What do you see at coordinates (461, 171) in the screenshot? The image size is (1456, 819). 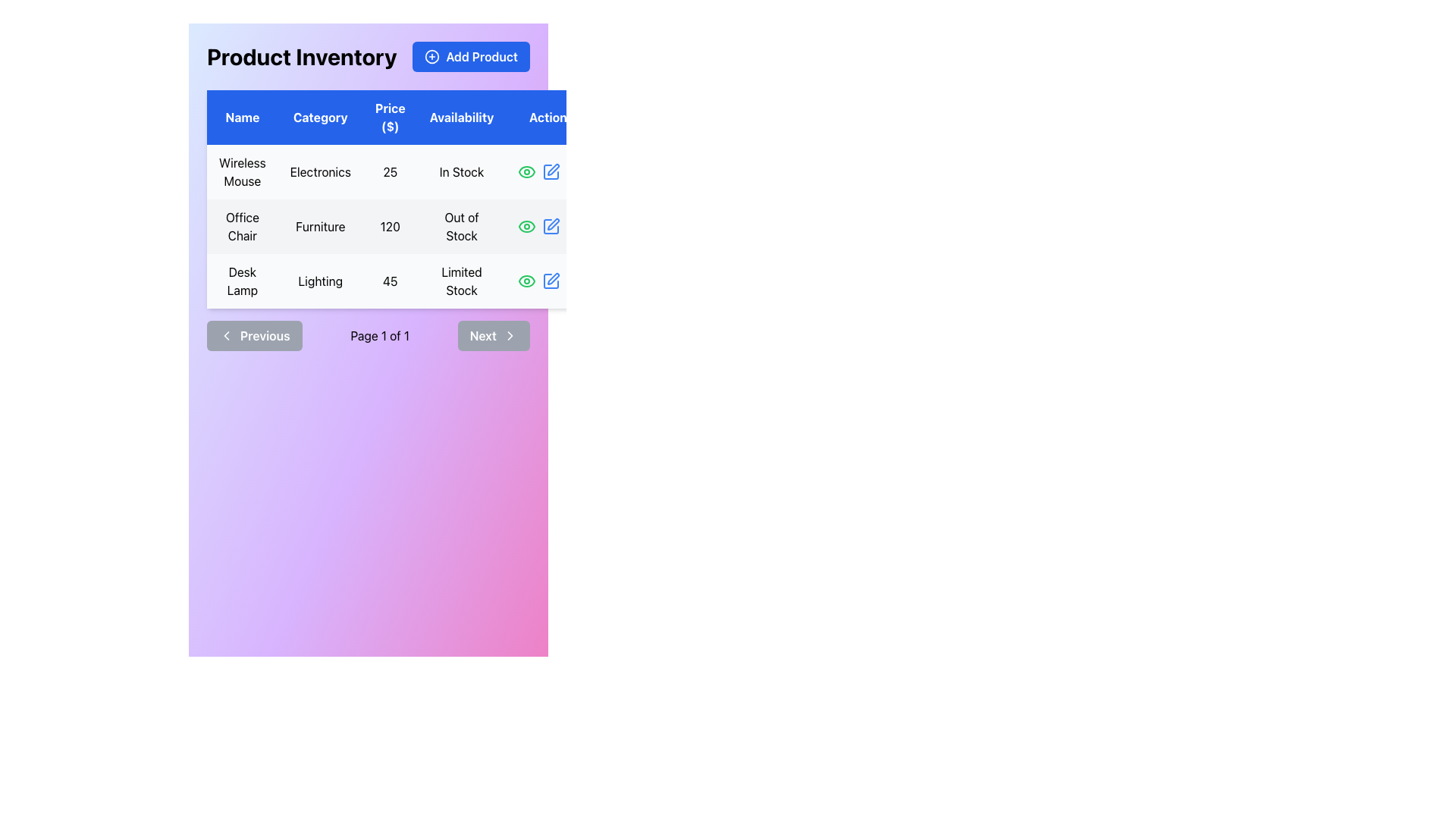 I see `the 'In Stock' text label located in the fourth column of the first row of the table for 'Wireless Mouse', which is part of the 'Availability' section` at bounding box center [461, 171].